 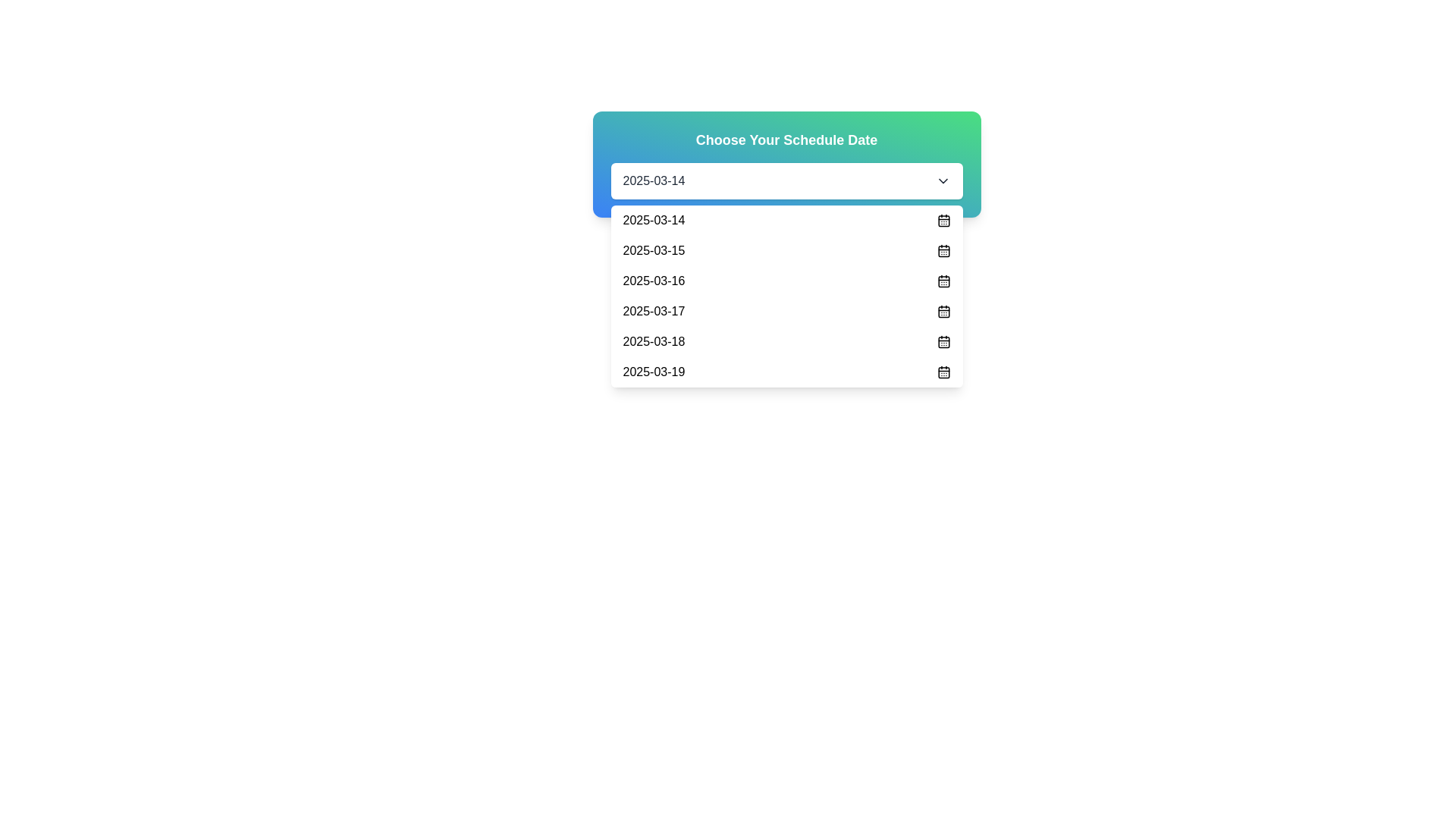 I want to click on the dropdown toggle button represented as a downward-facing chevron icon located on the extreme right side of the input field labeled '2025-03-14', so click(x=942, y=180).